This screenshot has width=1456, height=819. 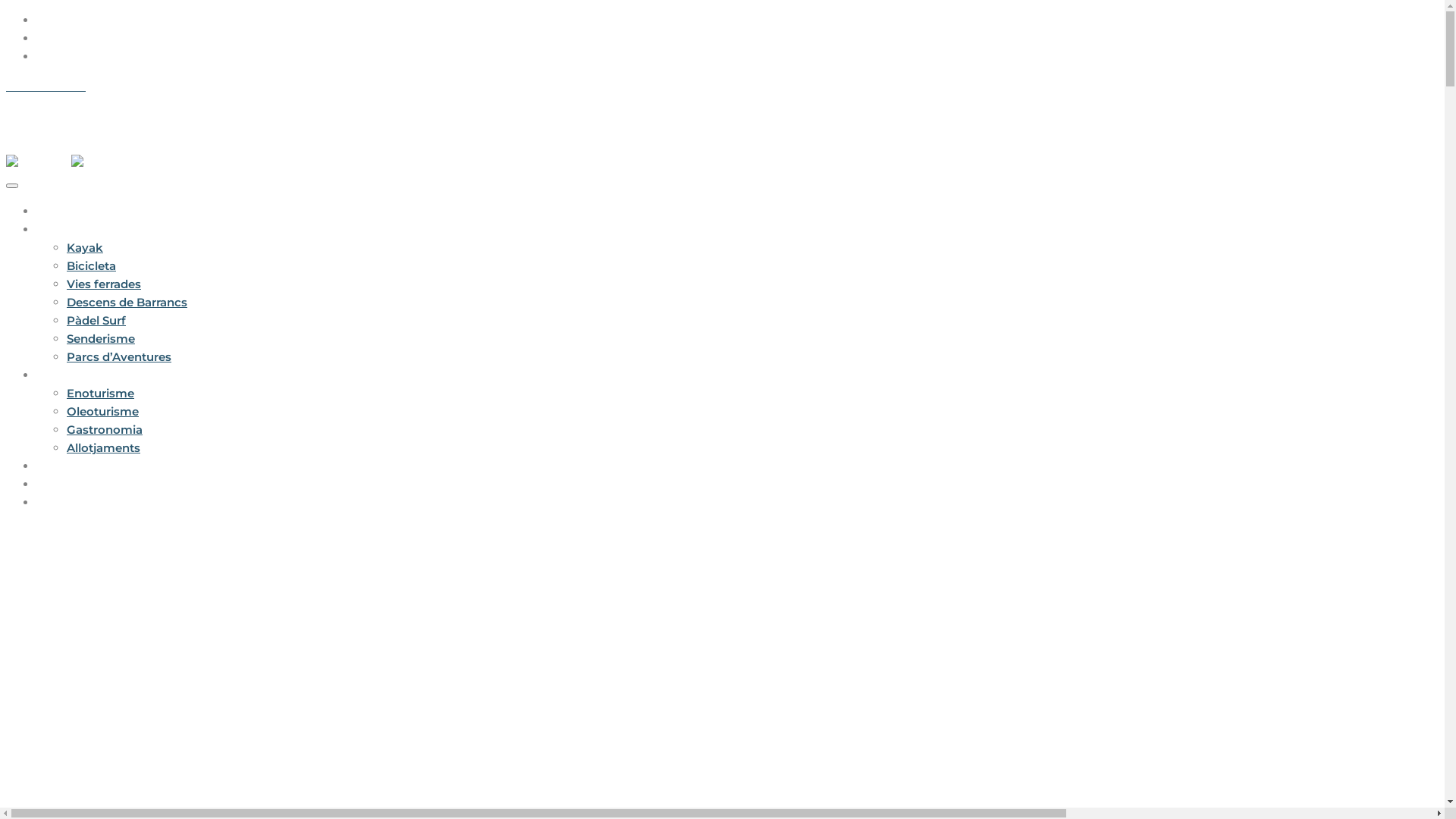 What do you see at coordinates (65, 429) in the screenshot?
I see `'Gastronomia'` at bounding box center [65, 429].